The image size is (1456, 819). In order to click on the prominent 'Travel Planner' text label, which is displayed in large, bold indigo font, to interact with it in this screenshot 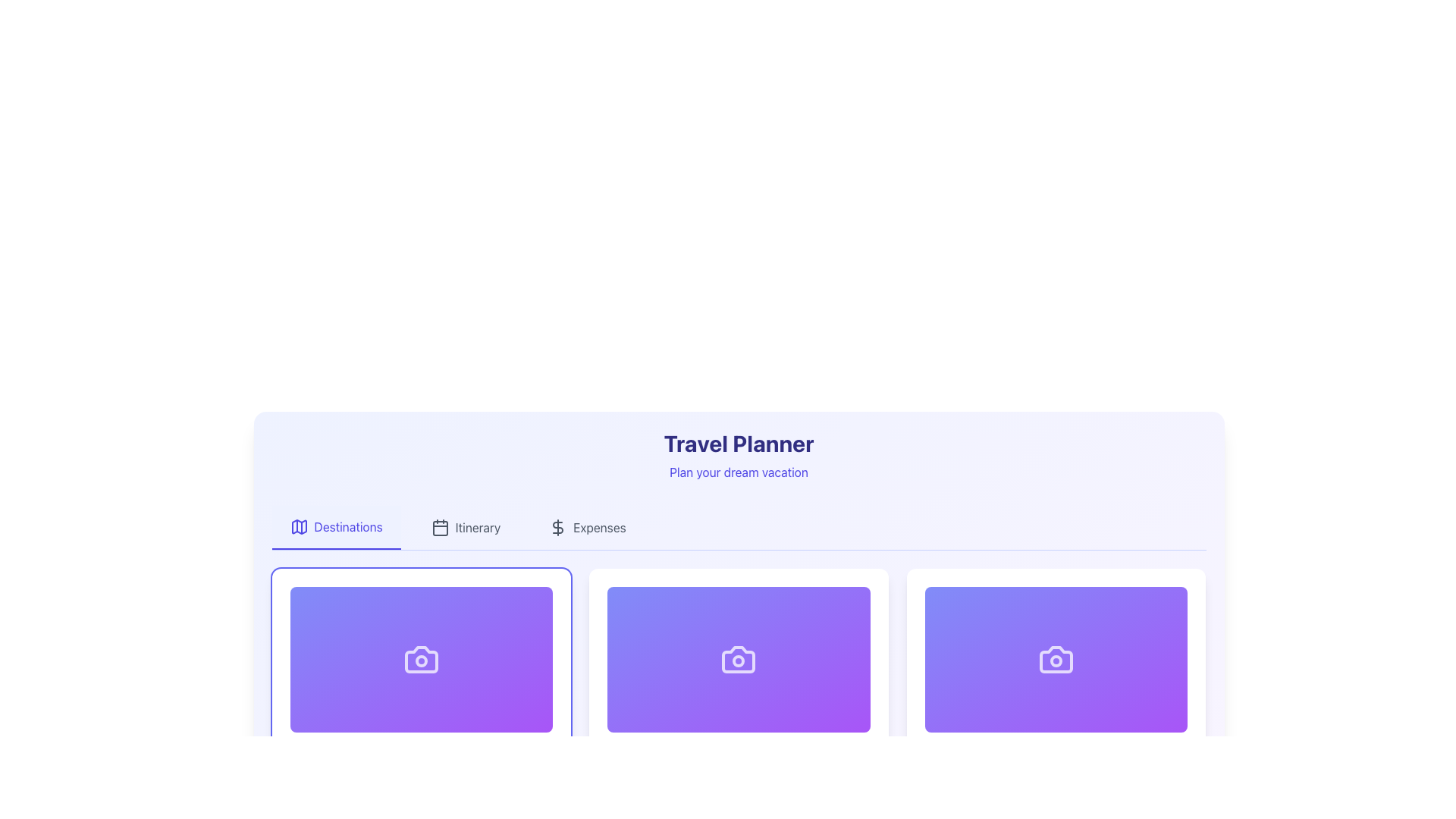, I will do `click(739, 444)`.